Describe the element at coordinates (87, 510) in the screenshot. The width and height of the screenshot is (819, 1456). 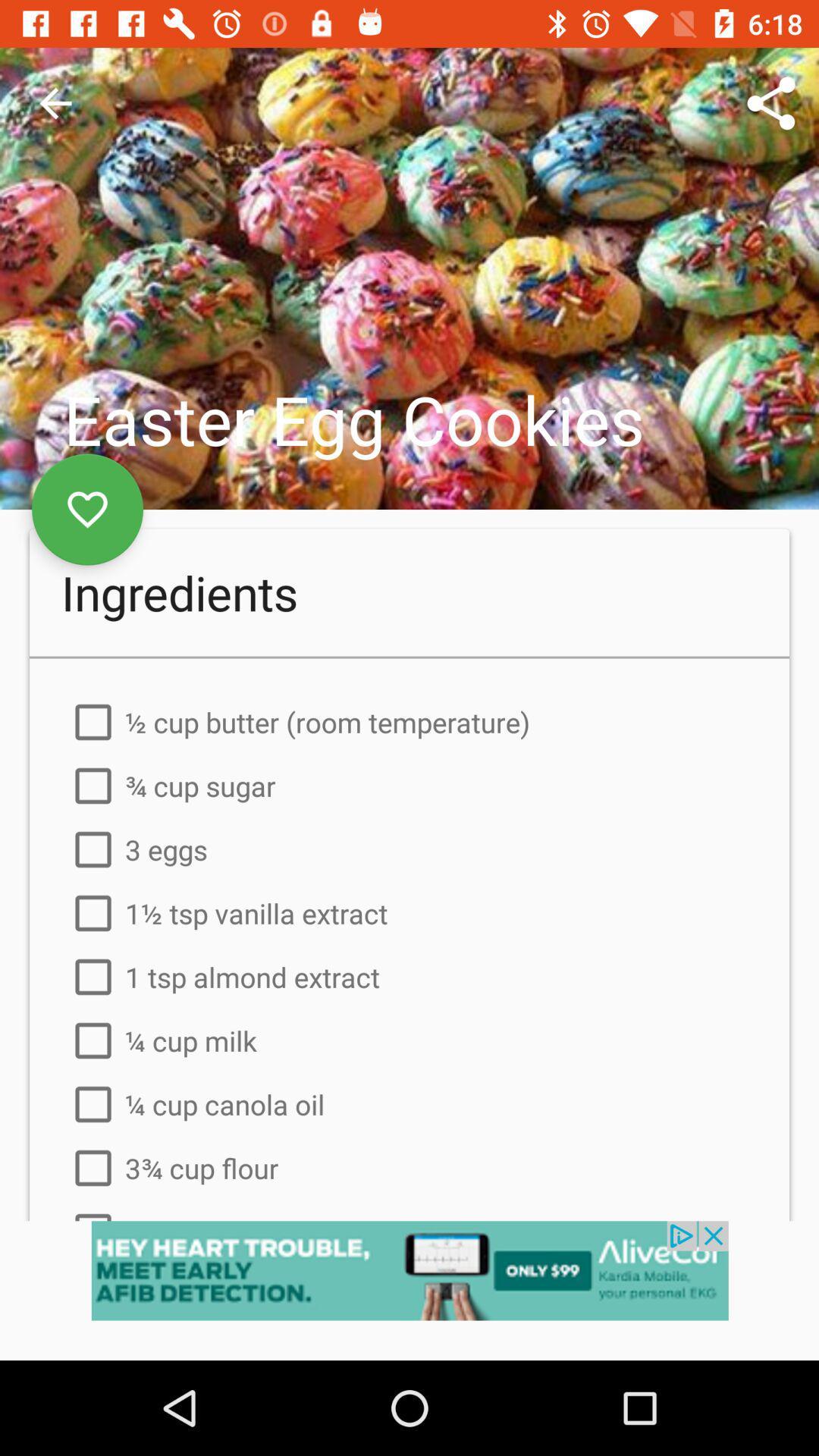
I see `the favorite icon` at that location.